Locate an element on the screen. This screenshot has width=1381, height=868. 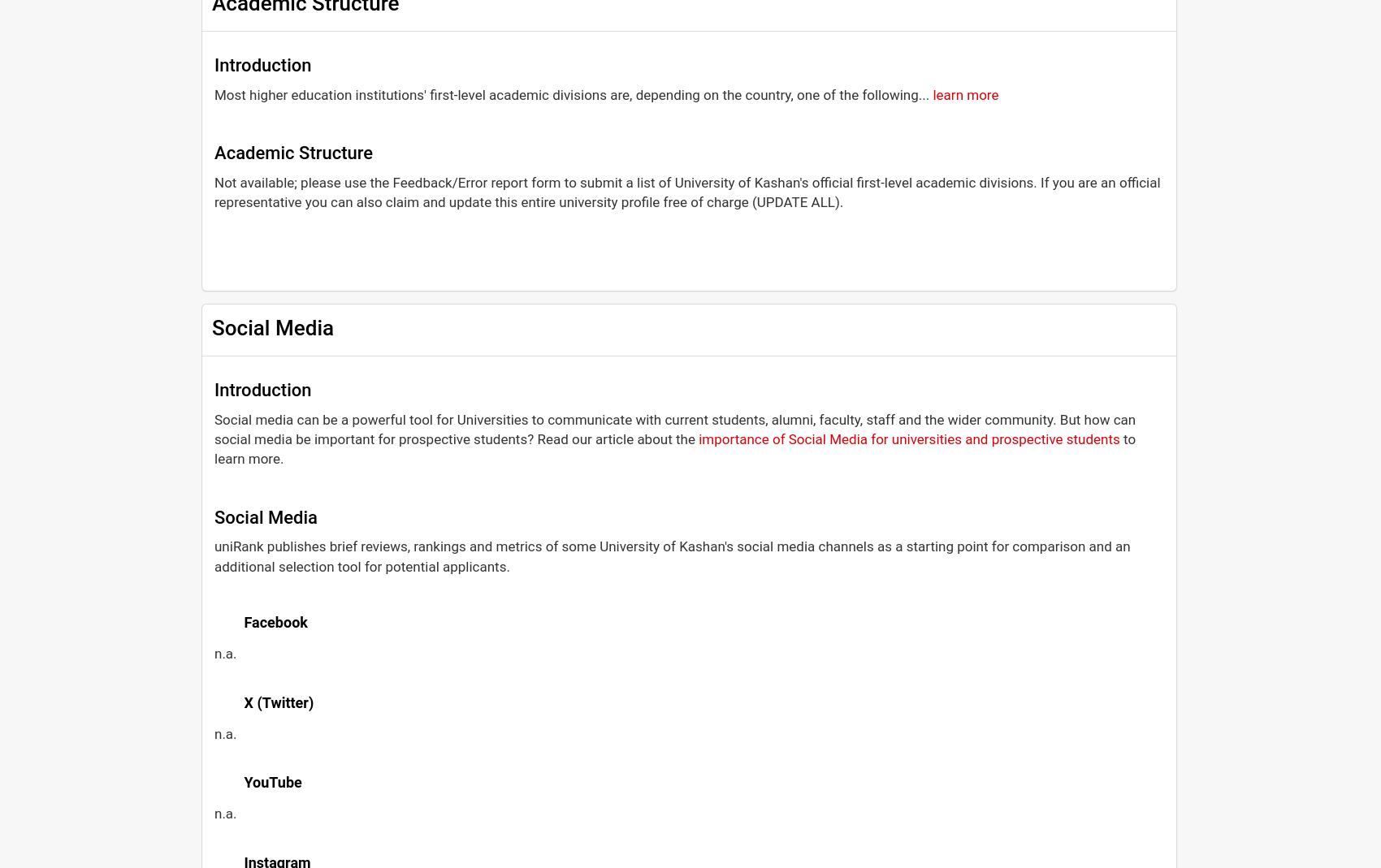
'uniRank publishes brief reviews, rankings and metrics of some University of Kashan's social media channels as a starting point for comparison and an additional selection tool for potential applicants.' is located at coordinates (671, 555).